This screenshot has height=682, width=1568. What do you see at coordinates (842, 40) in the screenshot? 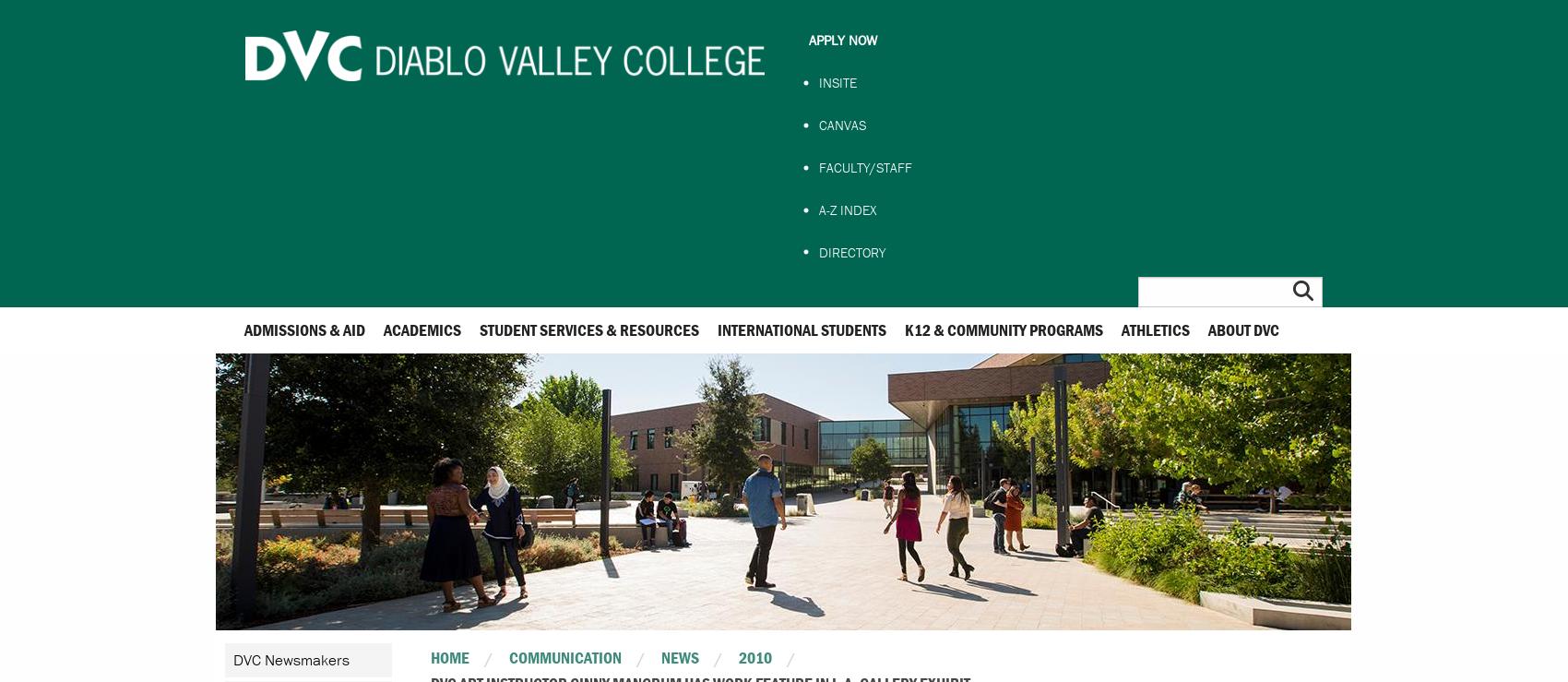
I see `'Apply Now'` at bounding box center [842, 40].